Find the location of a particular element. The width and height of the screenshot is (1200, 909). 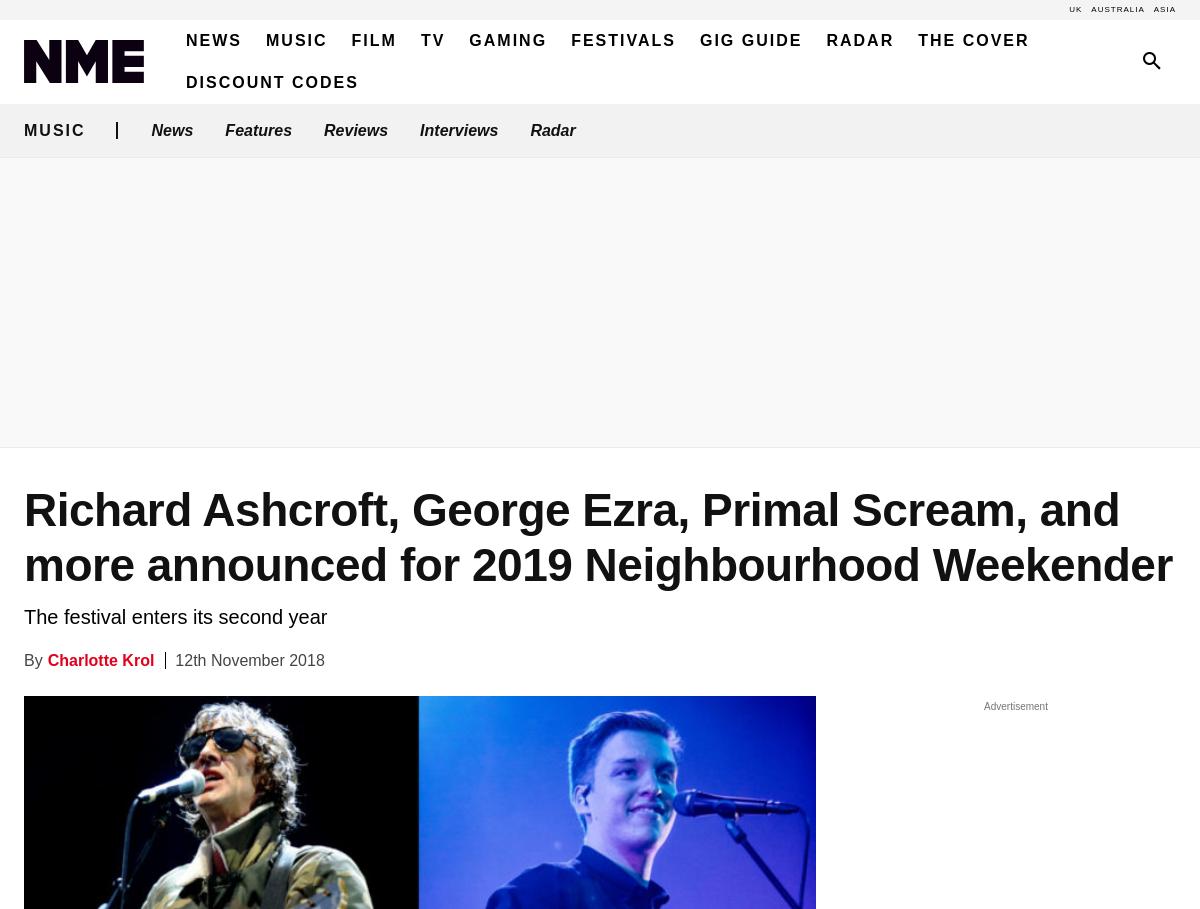

'By' is located at coordinates (33, 659).